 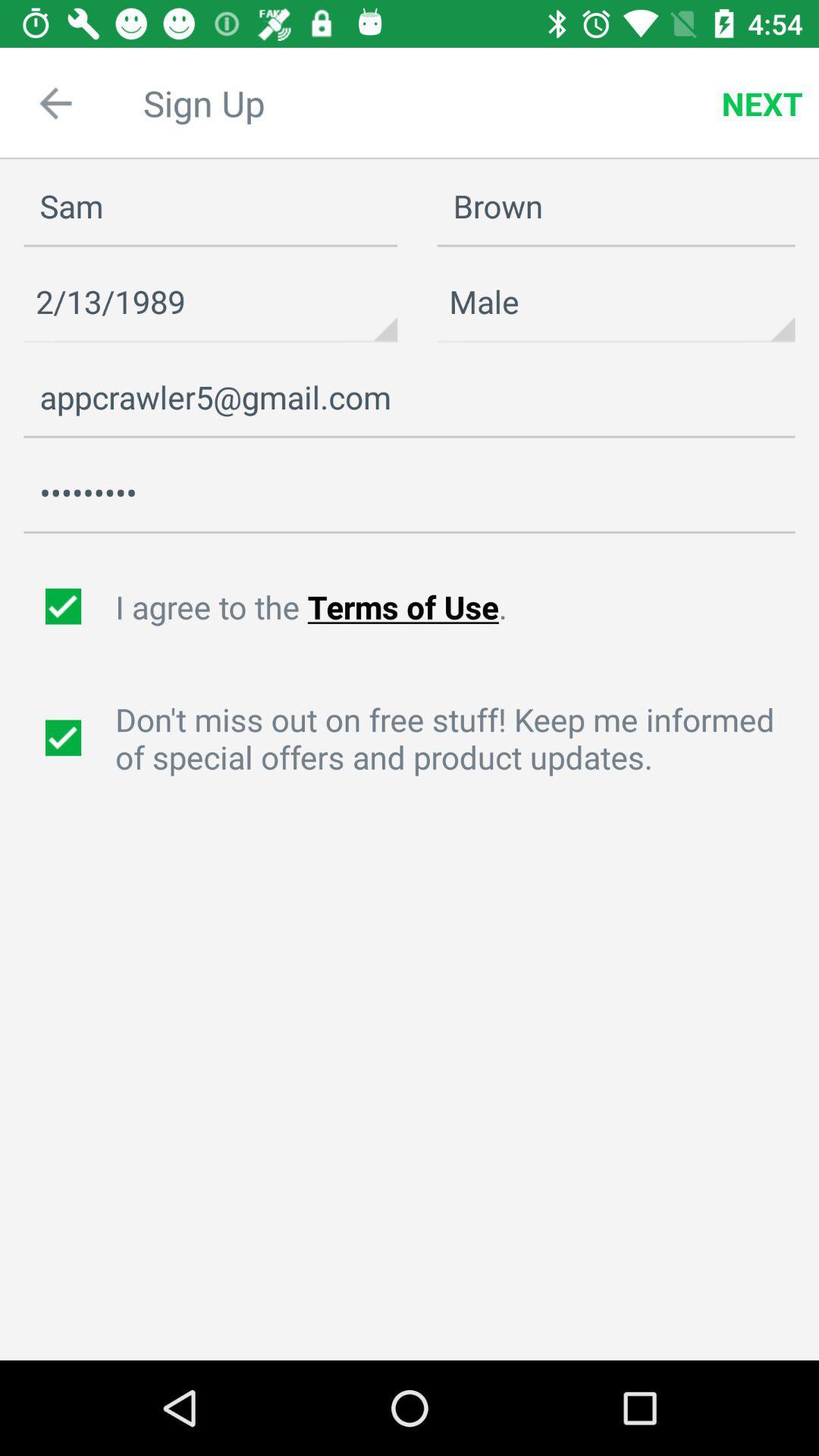 I want to click on the sam, so click(x=210, y=206).